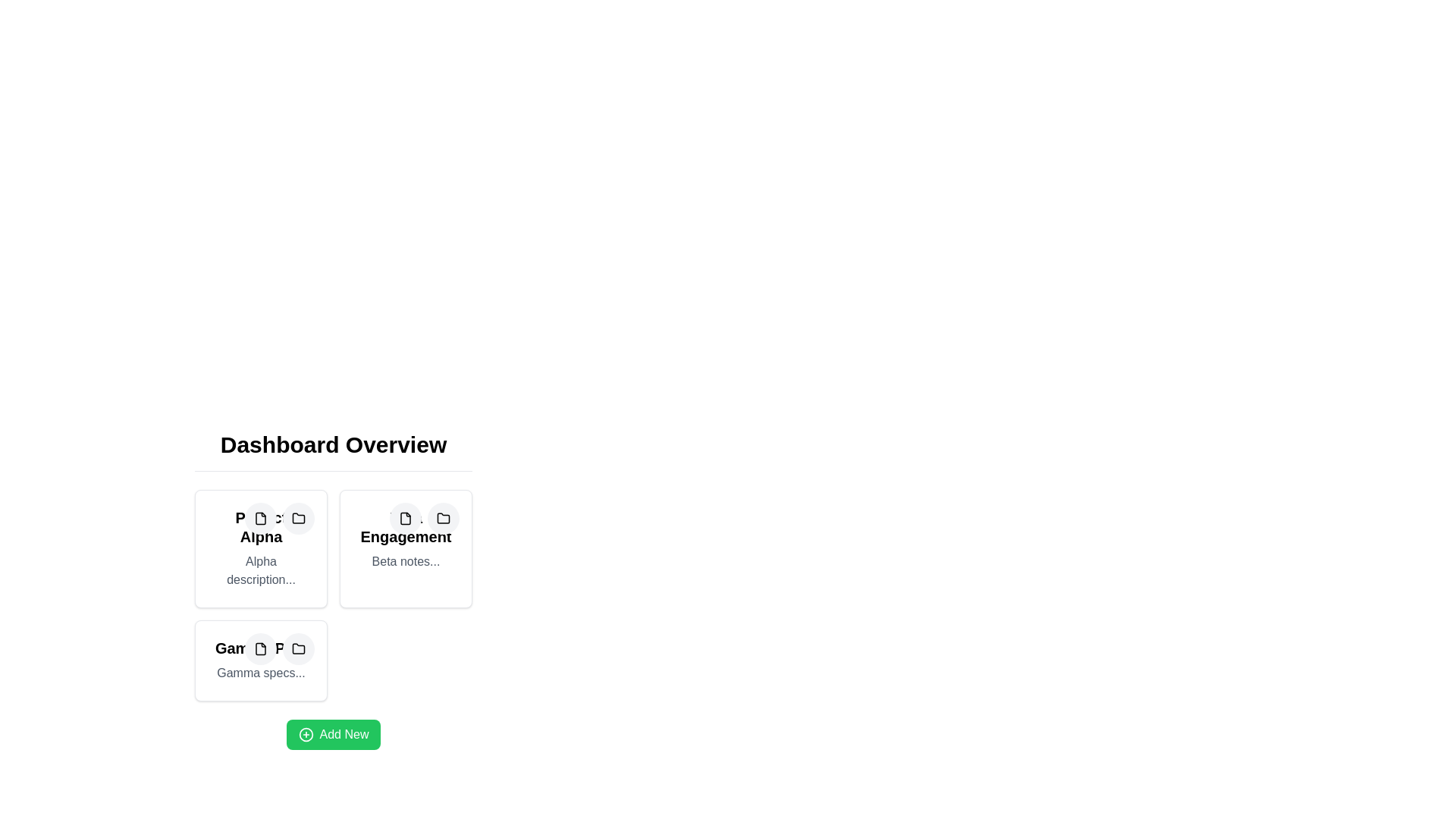  What do you see at coordinates (261, 517) in the screenshot?
I see `the document icon shape located in the card labeled 'Alpha' in the first row and first column under the 'Dashboard Overview' section` at bounding box center [261, 517].